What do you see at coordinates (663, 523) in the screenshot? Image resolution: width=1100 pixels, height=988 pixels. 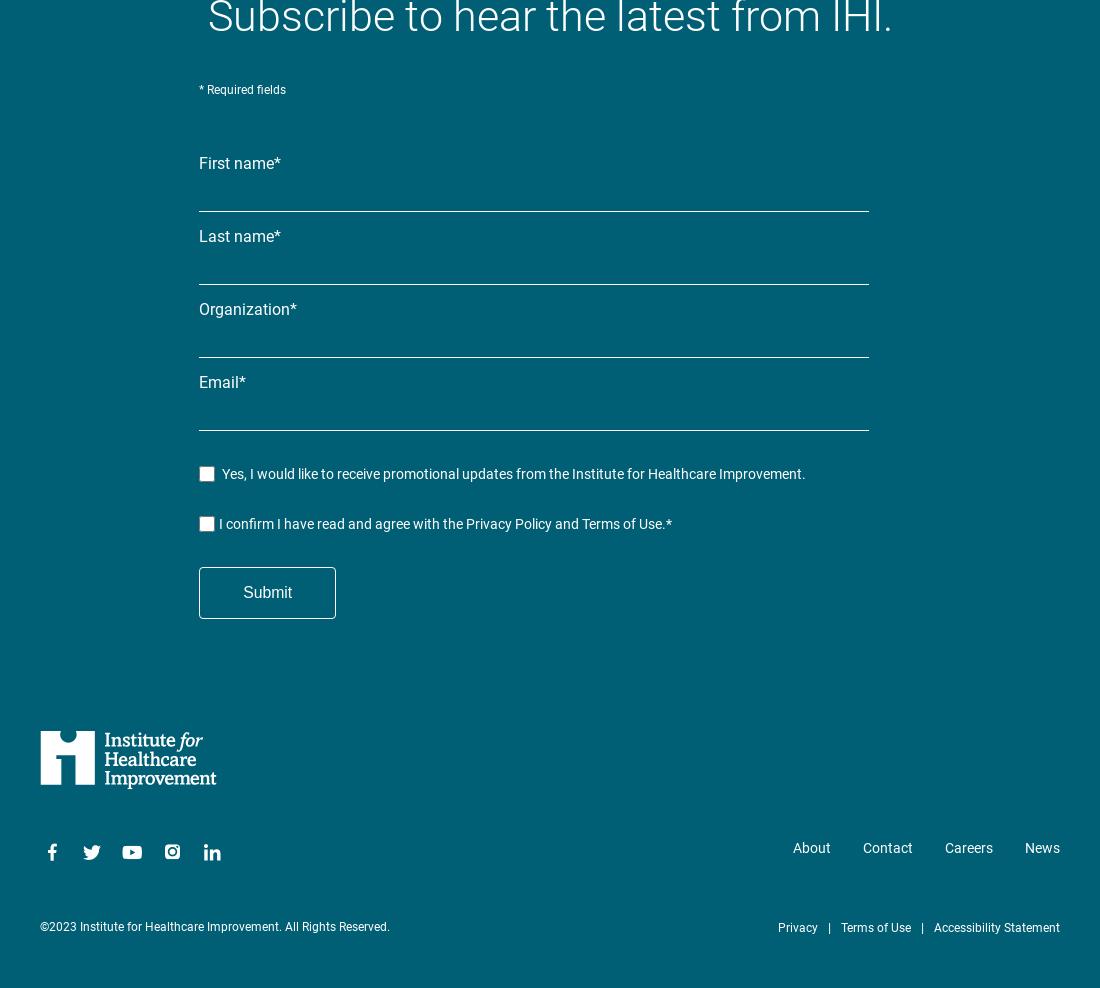 I see `'.'` at bounding box center [663, 523].